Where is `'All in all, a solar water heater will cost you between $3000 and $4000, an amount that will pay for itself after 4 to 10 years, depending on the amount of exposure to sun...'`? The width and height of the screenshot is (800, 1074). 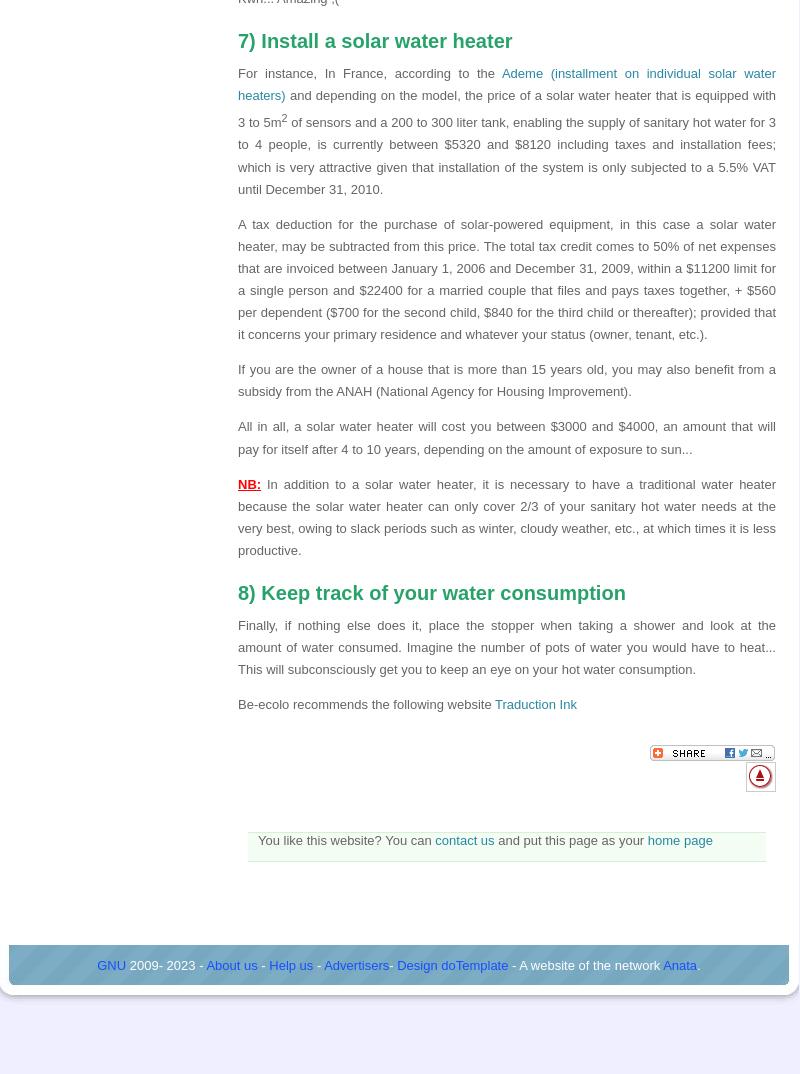 'All in all, a solar water heater will cost you between $3000 and $4000, an amount that will pay for itself after 4 to 10 years, depending on the amount of exposure to sun...' is located at coordinates (506, 436).